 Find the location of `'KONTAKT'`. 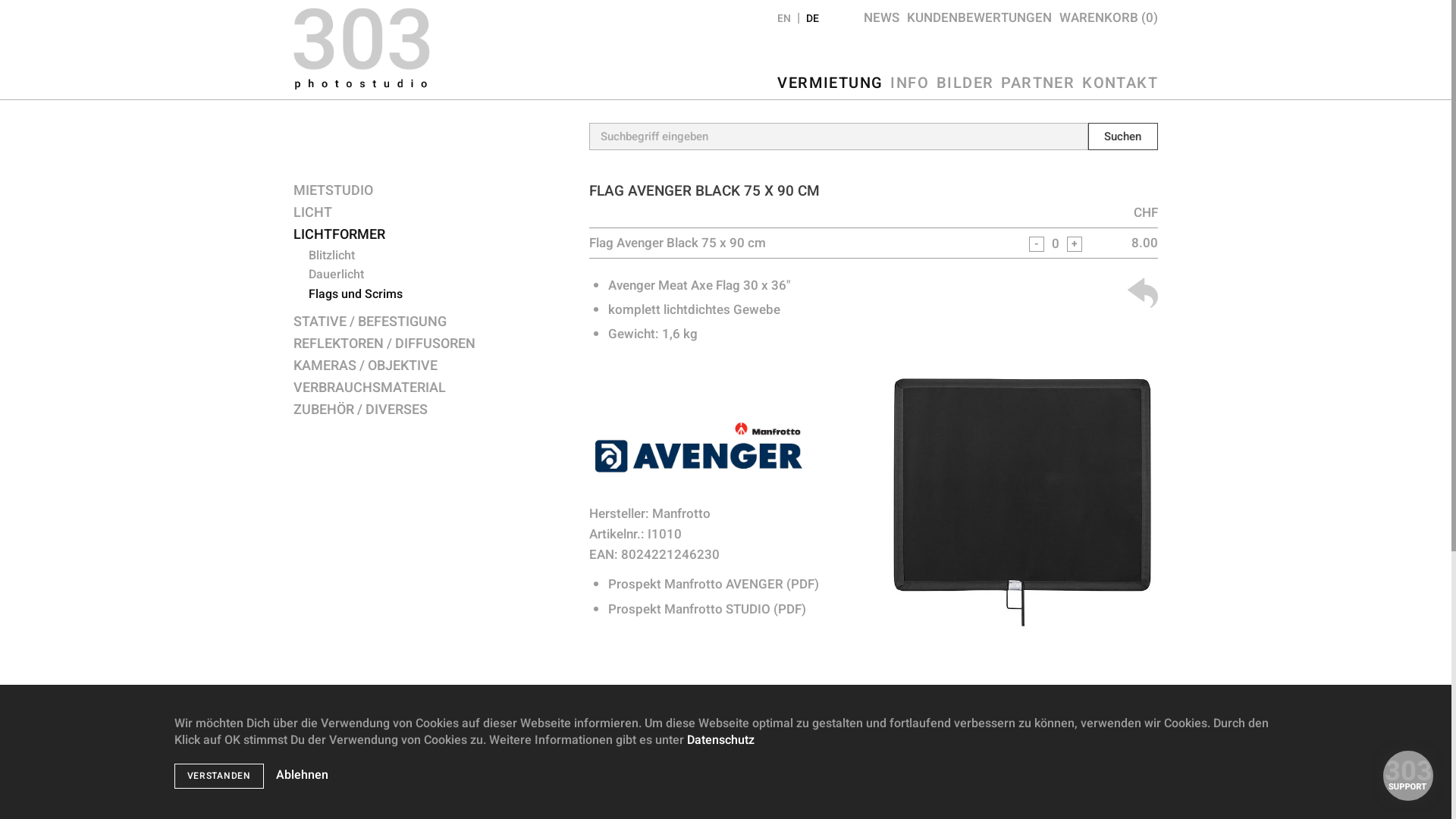

'KONTAKT' is located at coordinates (1120, 83).